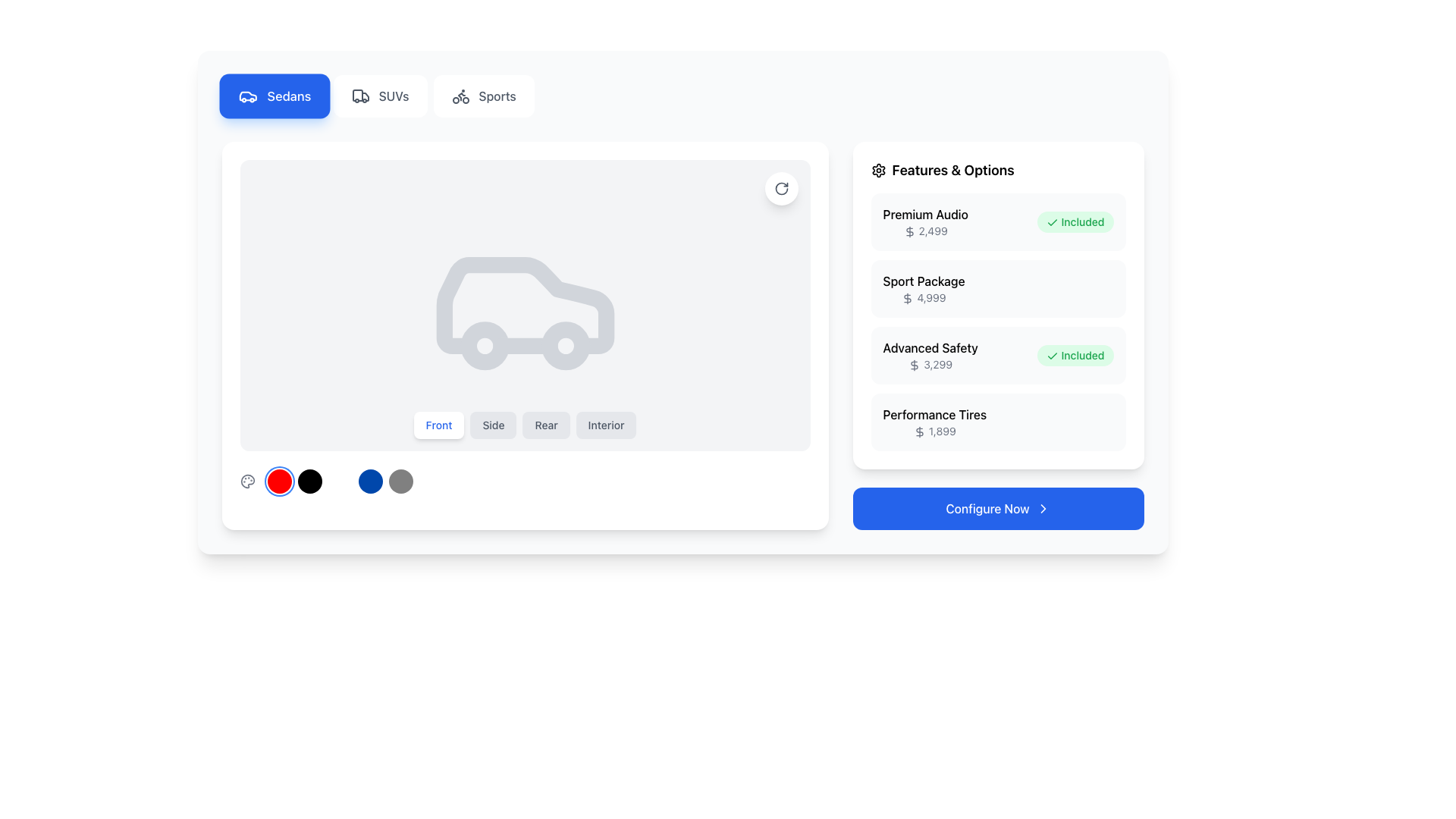  I want to click on the reset button located in the top-right corner of the gray area depicting a car illustration to restore the car view or configuration to its default state, so click(781, 188).